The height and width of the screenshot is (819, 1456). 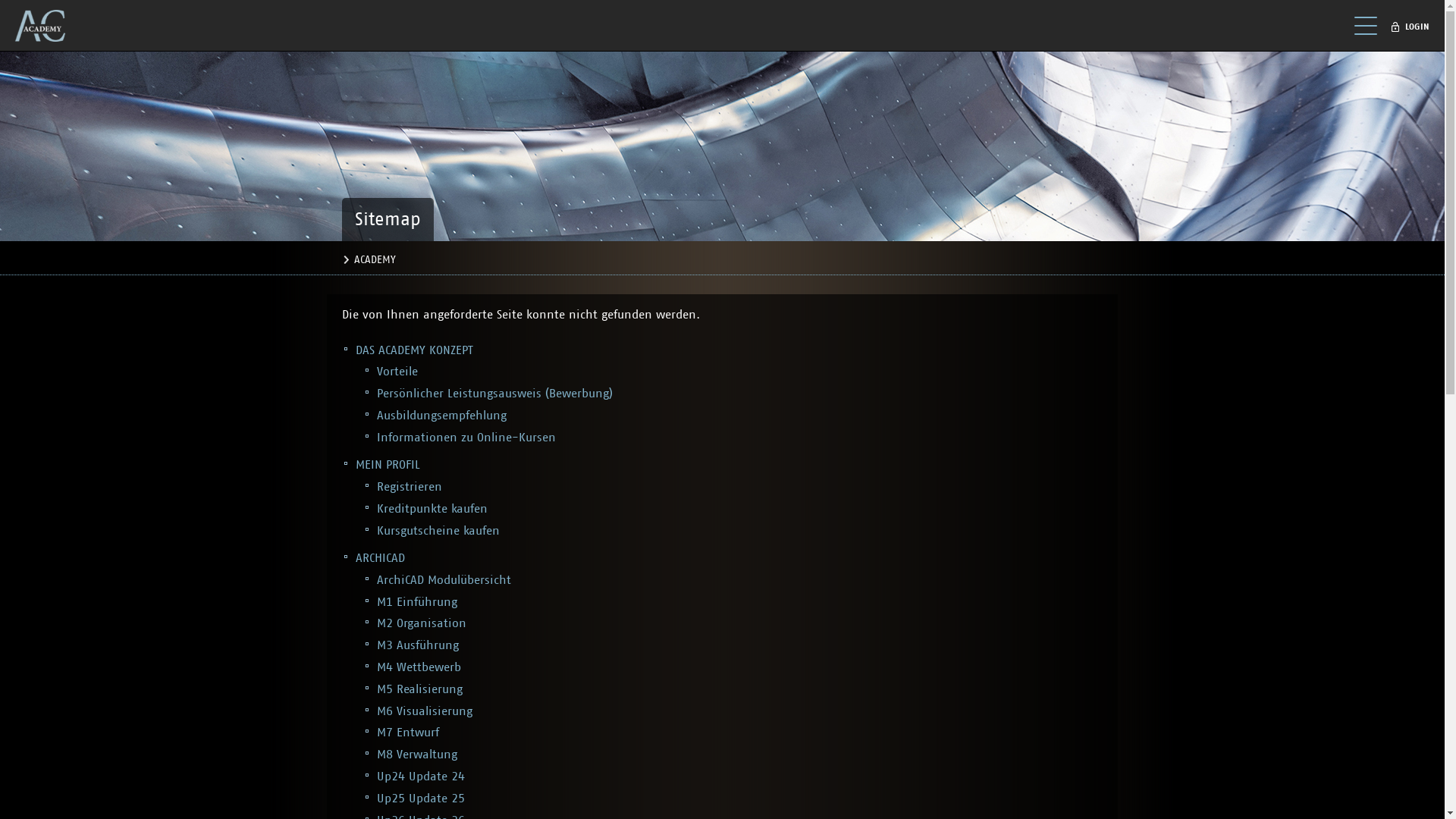 I want to click on 'M8 Verwaltung', so click(x=417, y=755).